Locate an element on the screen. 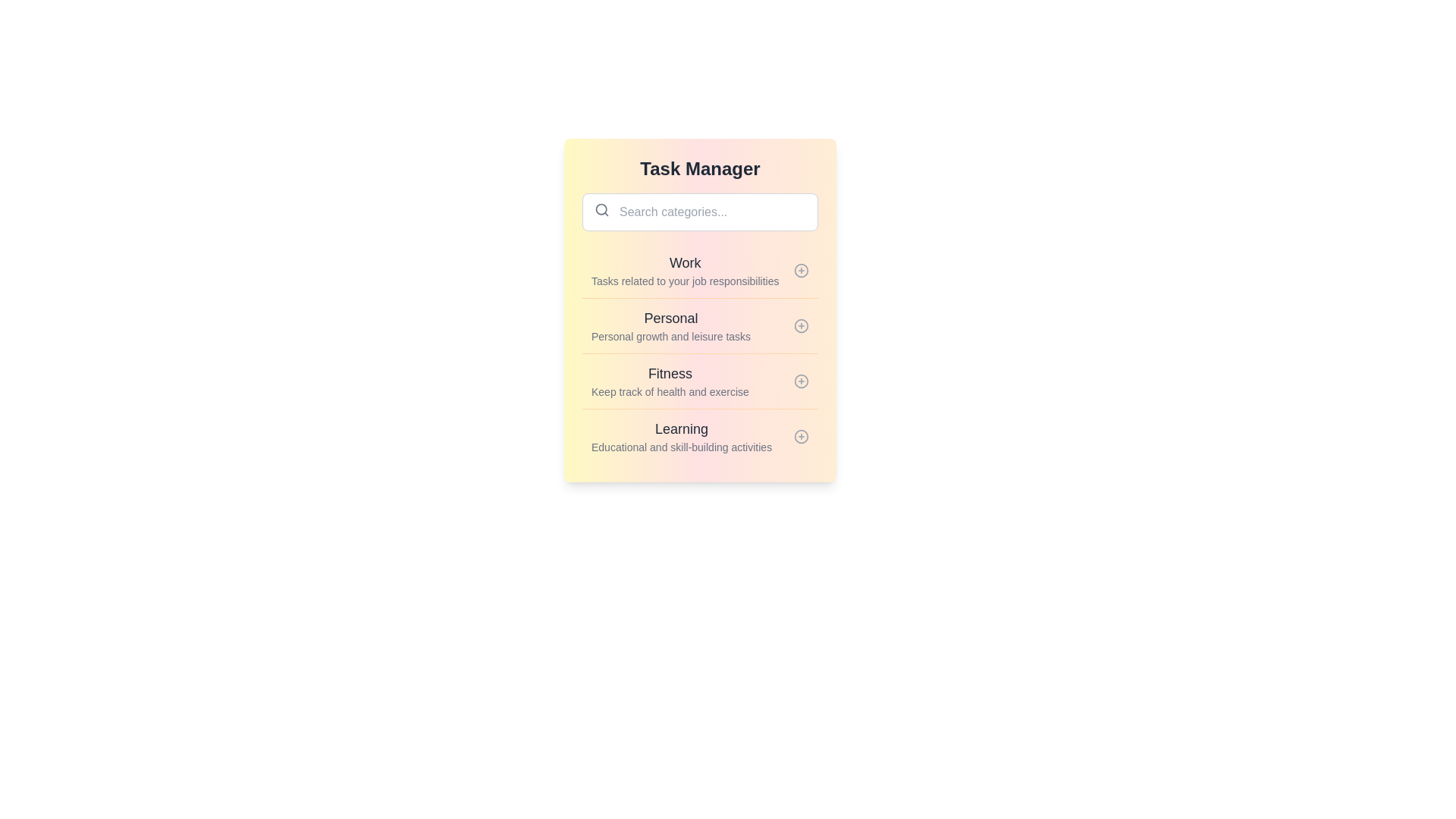 The width and height of the screenshot is (1456, 819). the Text label that serves as a title for the section indicating tasks related to work, positioned above the descriptive text 'Tasks related to your job responsibilities' in the Task Manager interface is located at coordinates (684, 262).